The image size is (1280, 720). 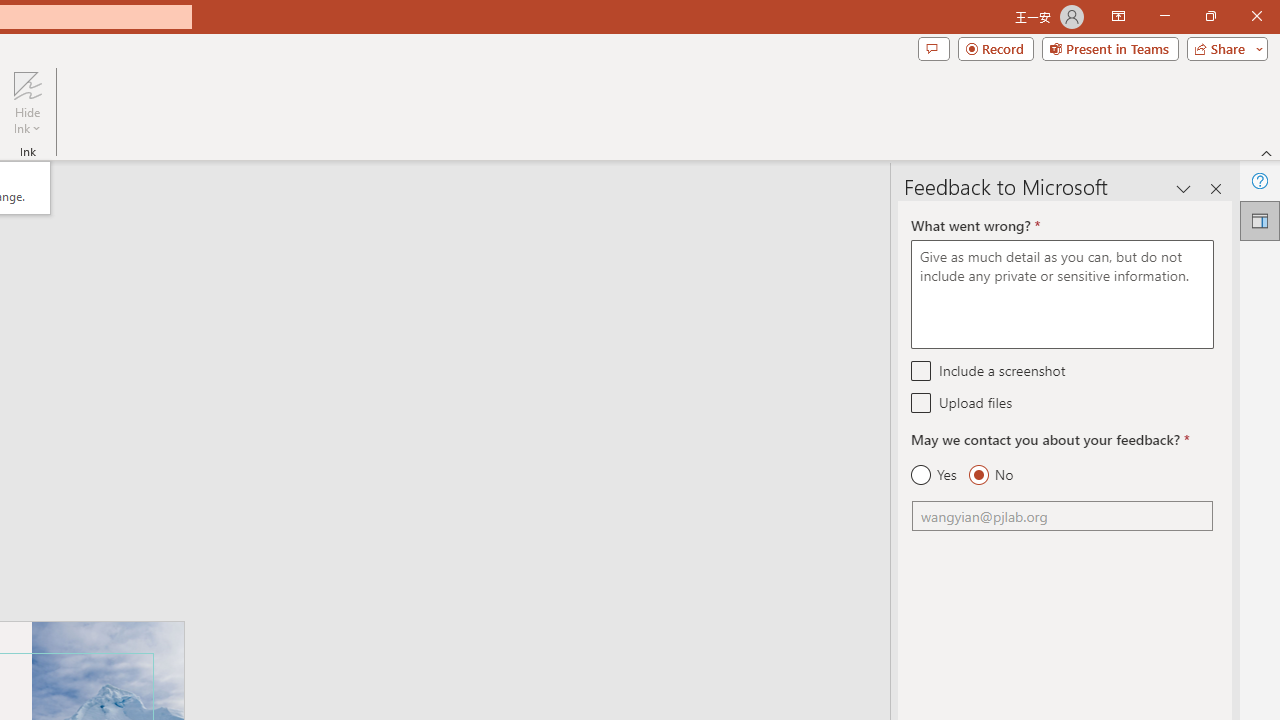 I want to click on 'Include a screenshot', so click(x=920, y=370).